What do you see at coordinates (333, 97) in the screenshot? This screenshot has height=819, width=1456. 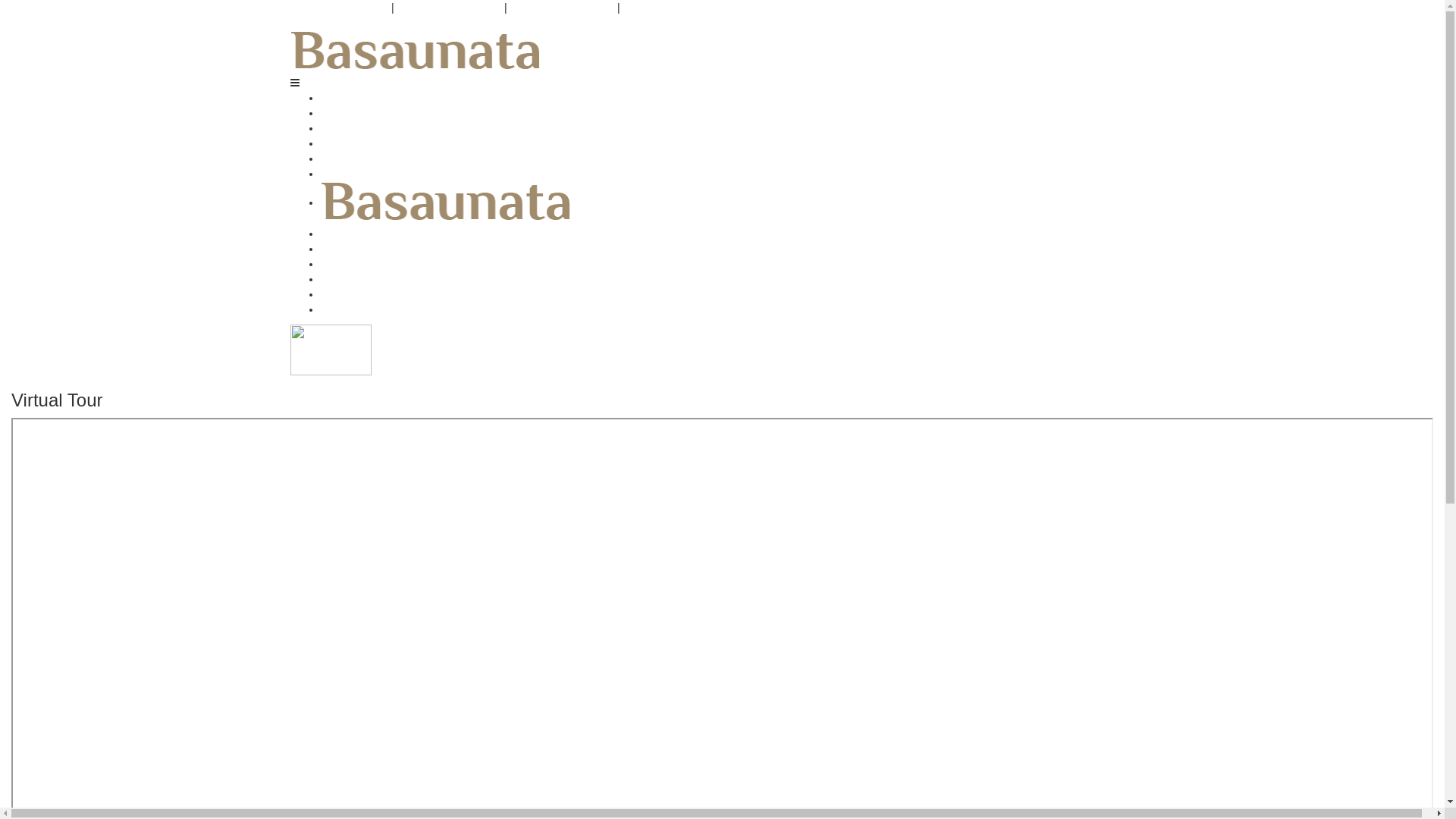 I see `'Home'` at bounding box center [333, 97].